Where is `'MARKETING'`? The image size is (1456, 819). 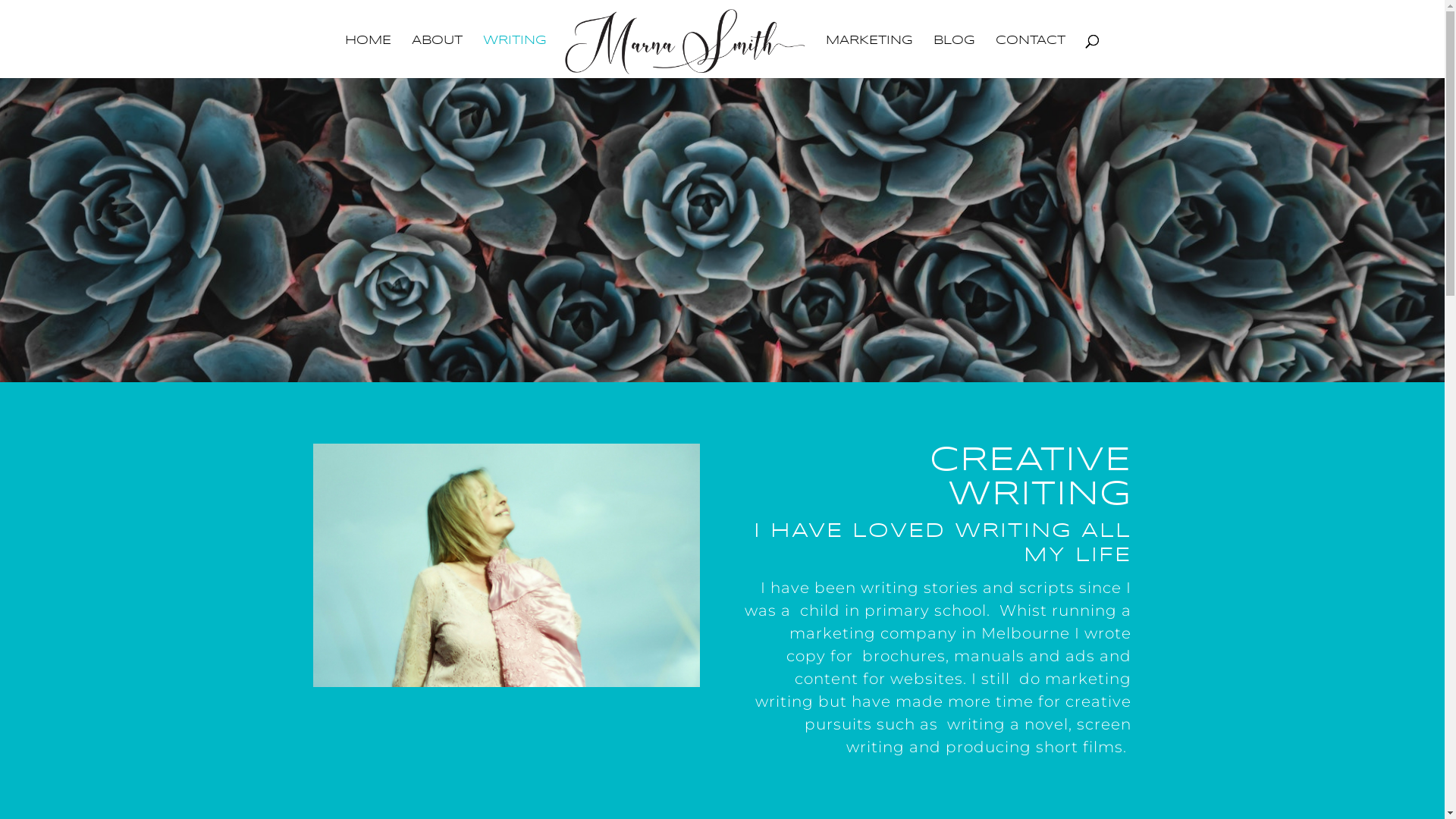 'MARKETING' is located at coordinates (869, 55).